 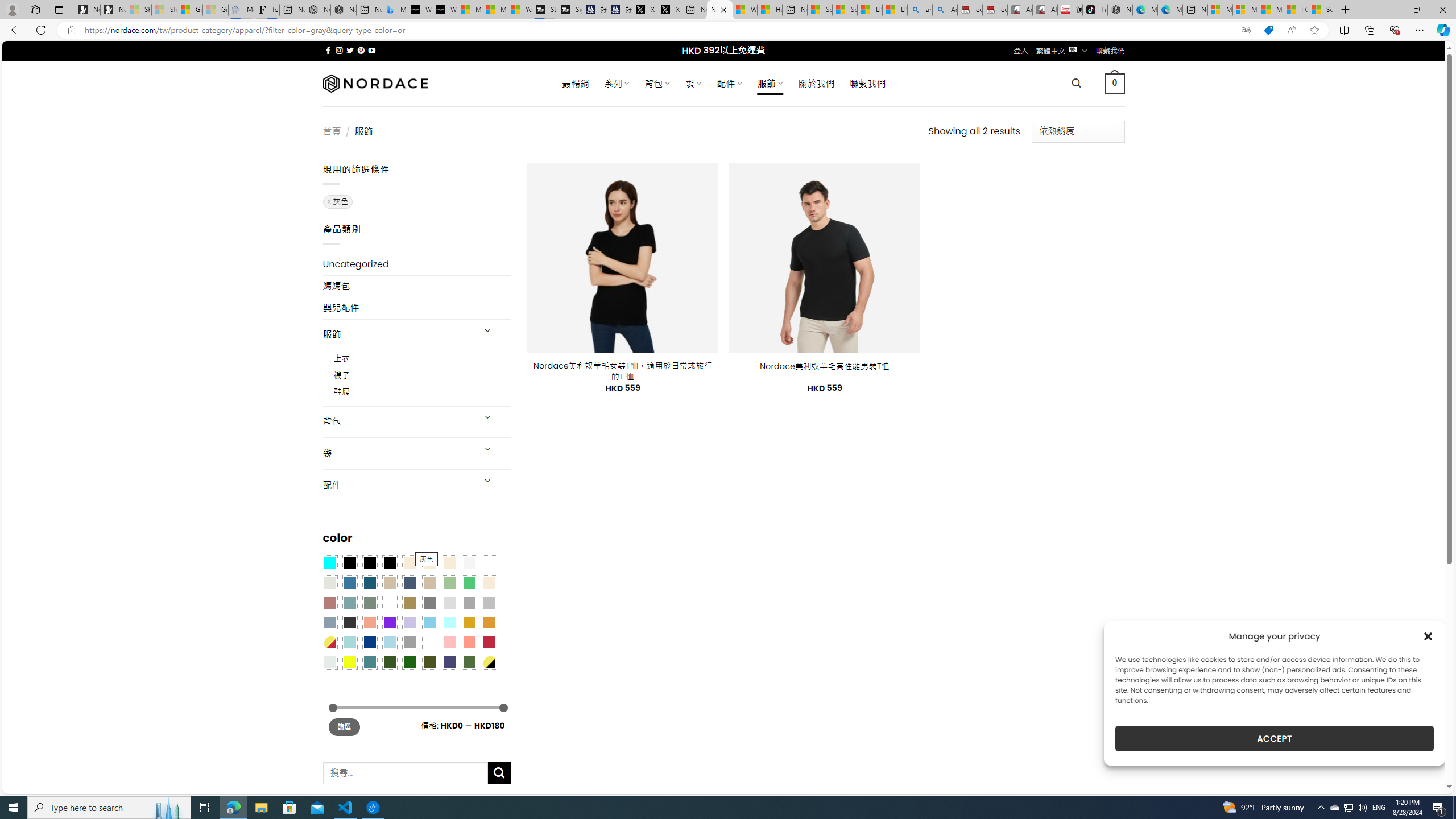 I want to click on 'Follow on Facebook', so click(x=328, y=50).